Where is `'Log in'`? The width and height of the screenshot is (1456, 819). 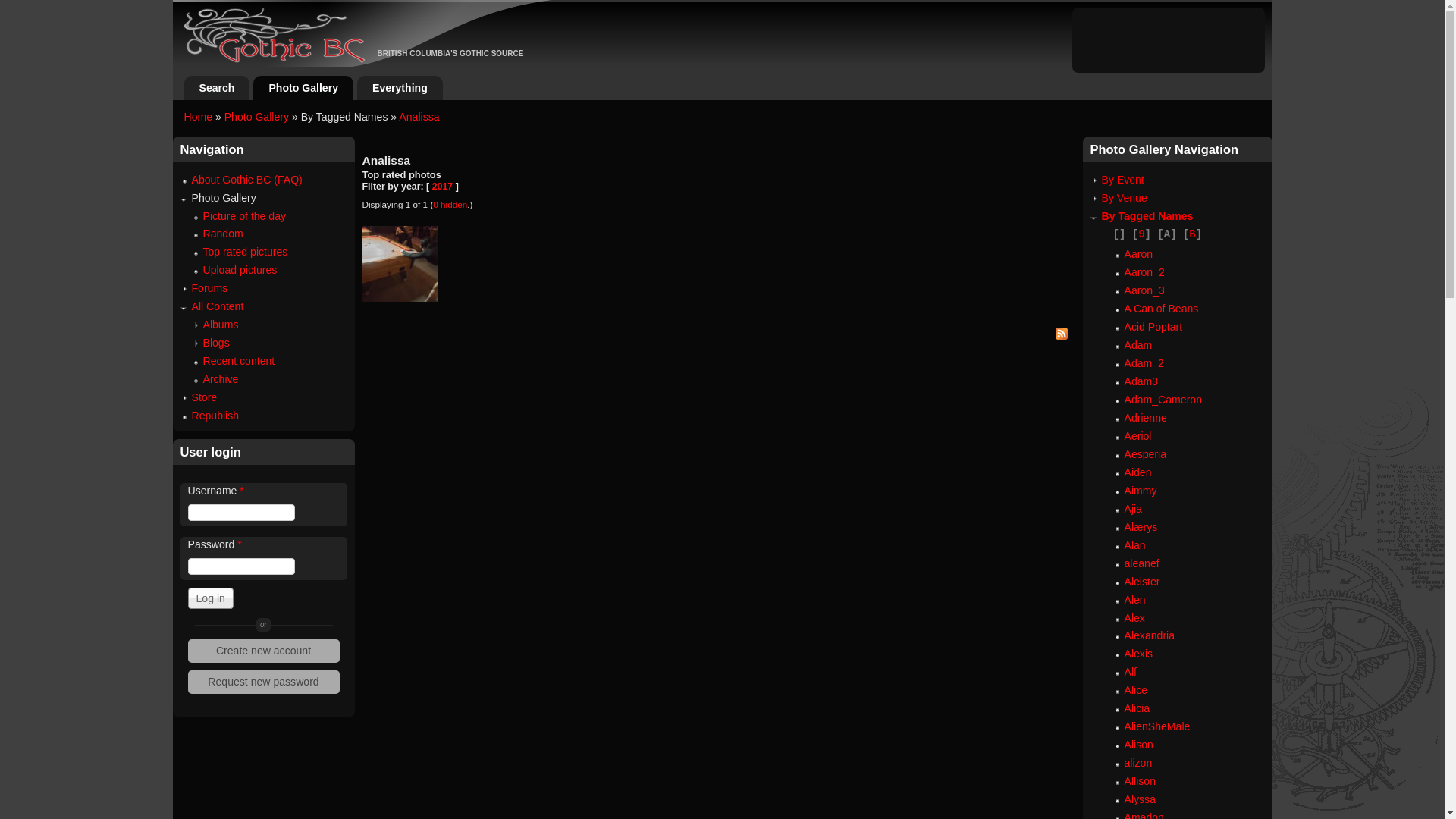
'Log in' is located at coordinates (210, 598).